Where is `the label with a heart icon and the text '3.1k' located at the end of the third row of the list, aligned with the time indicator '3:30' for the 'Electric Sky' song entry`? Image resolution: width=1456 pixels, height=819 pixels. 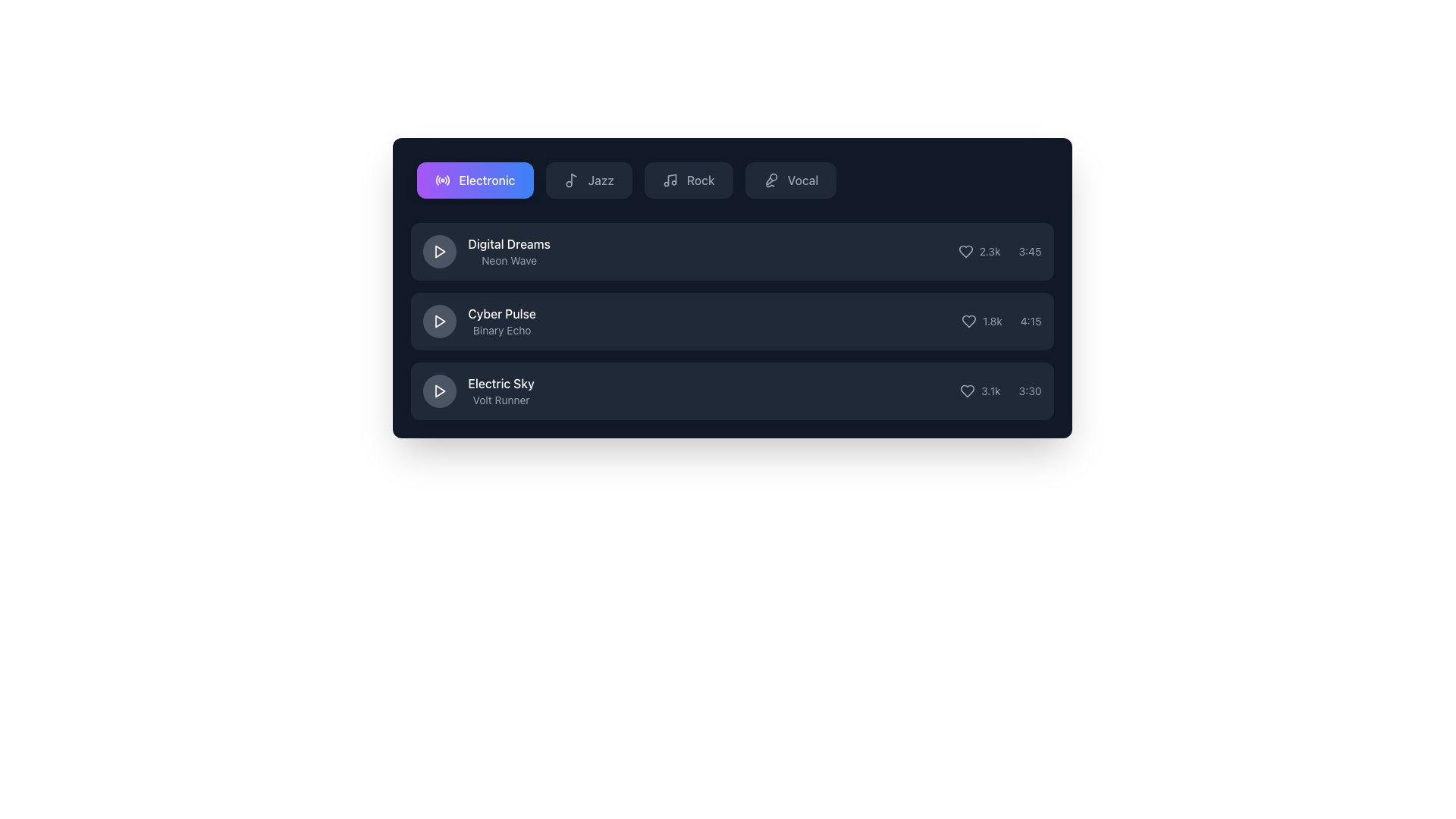 the label with a heart icon and the text '3.1k' located at the end of the third row of the list, aligned with the time indicator '3:30' for the 'Electric Sky' song entry is located at coordinates (980, 391).